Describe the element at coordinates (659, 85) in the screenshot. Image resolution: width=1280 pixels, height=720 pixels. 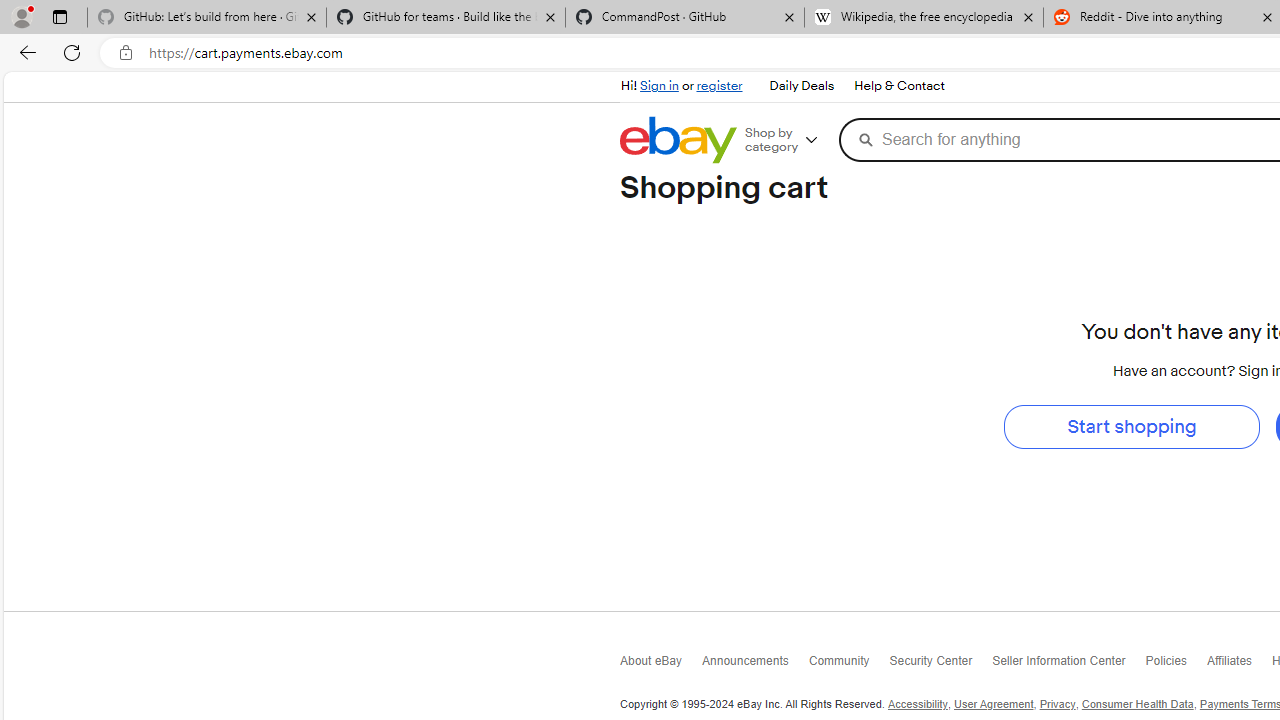
I see `'Sign in'` at that location.